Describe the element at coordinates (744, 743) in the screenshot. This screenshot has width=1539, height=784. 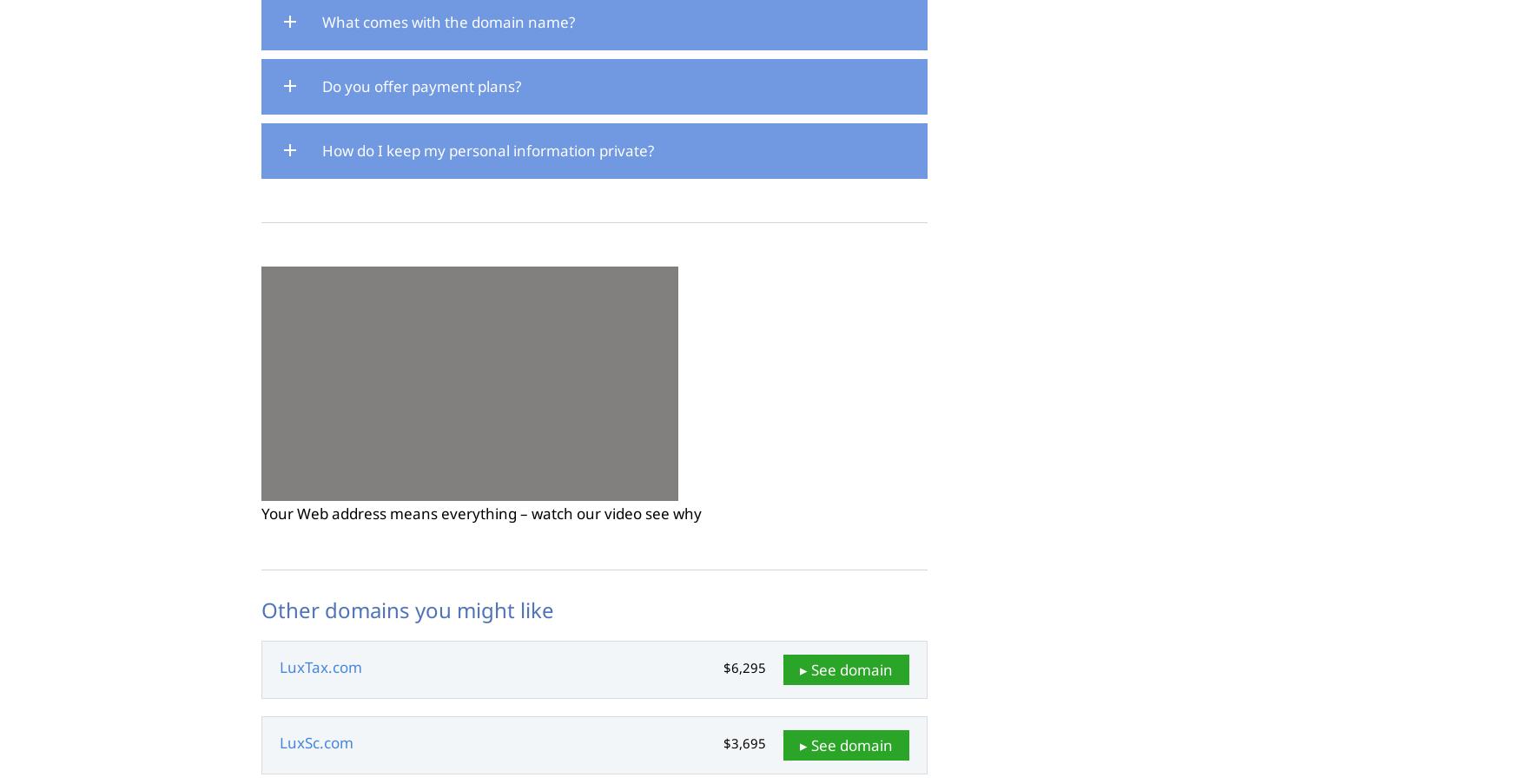
I see `'$3,695'` at that location.